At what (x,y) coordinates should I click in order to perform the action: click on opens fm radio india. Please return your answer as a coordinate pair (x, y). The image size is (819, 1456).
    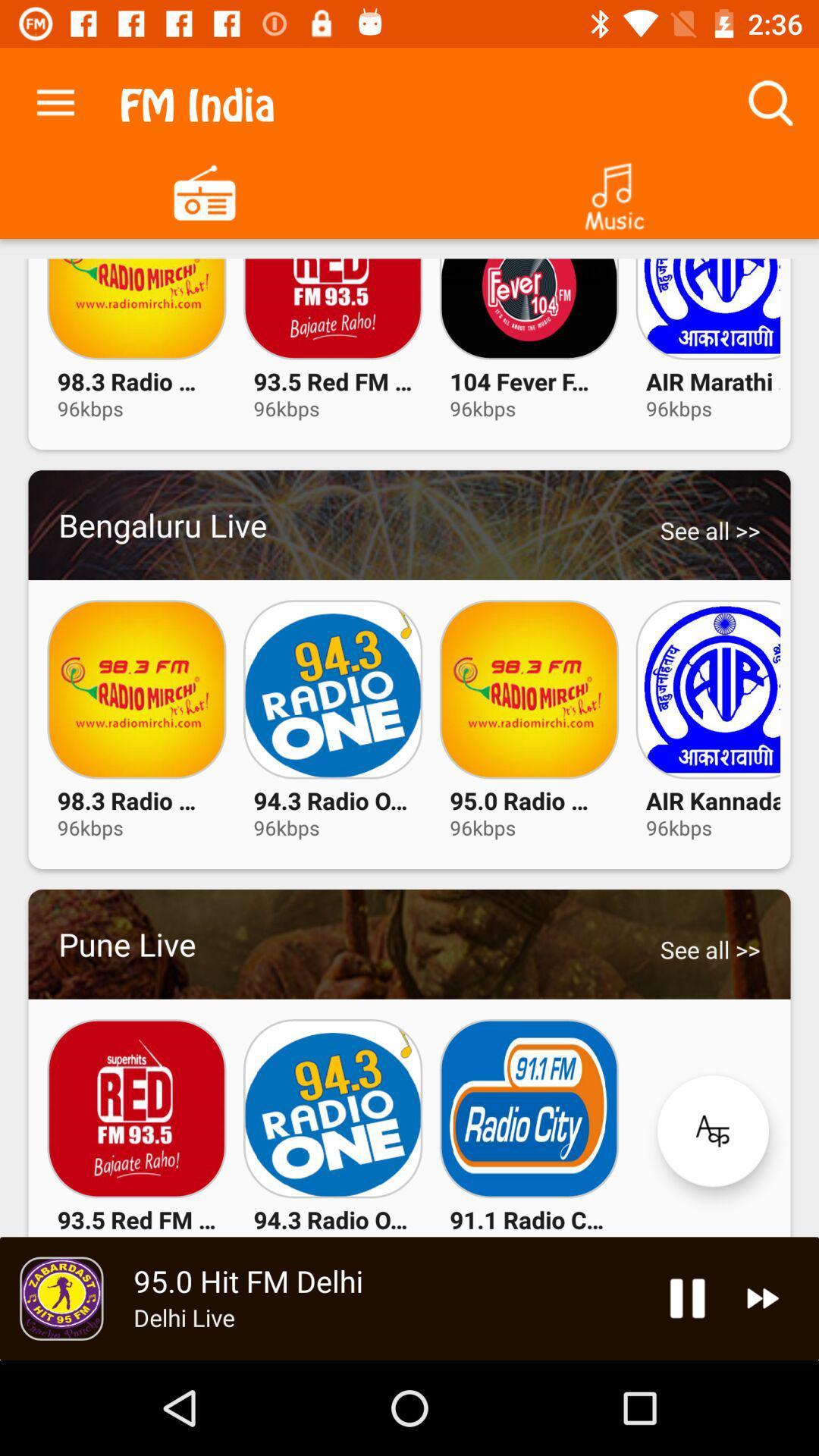
    Looking at the image, I should click on (205, 190).